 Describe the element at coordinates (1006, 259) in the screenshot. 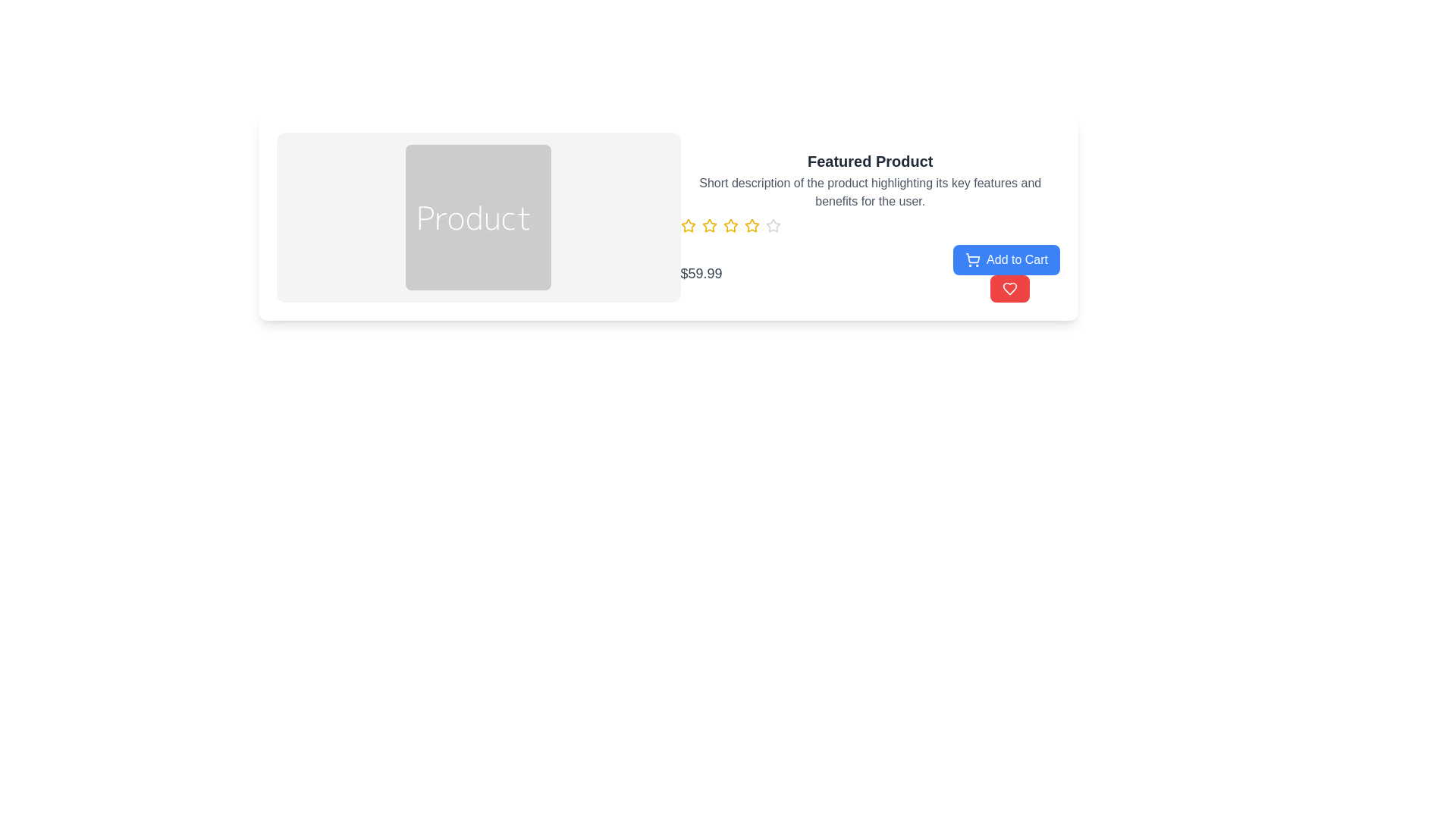

I see `the 'Add to Cart' button located in the 'Featured Product' section to observe the hover effect` at that location.